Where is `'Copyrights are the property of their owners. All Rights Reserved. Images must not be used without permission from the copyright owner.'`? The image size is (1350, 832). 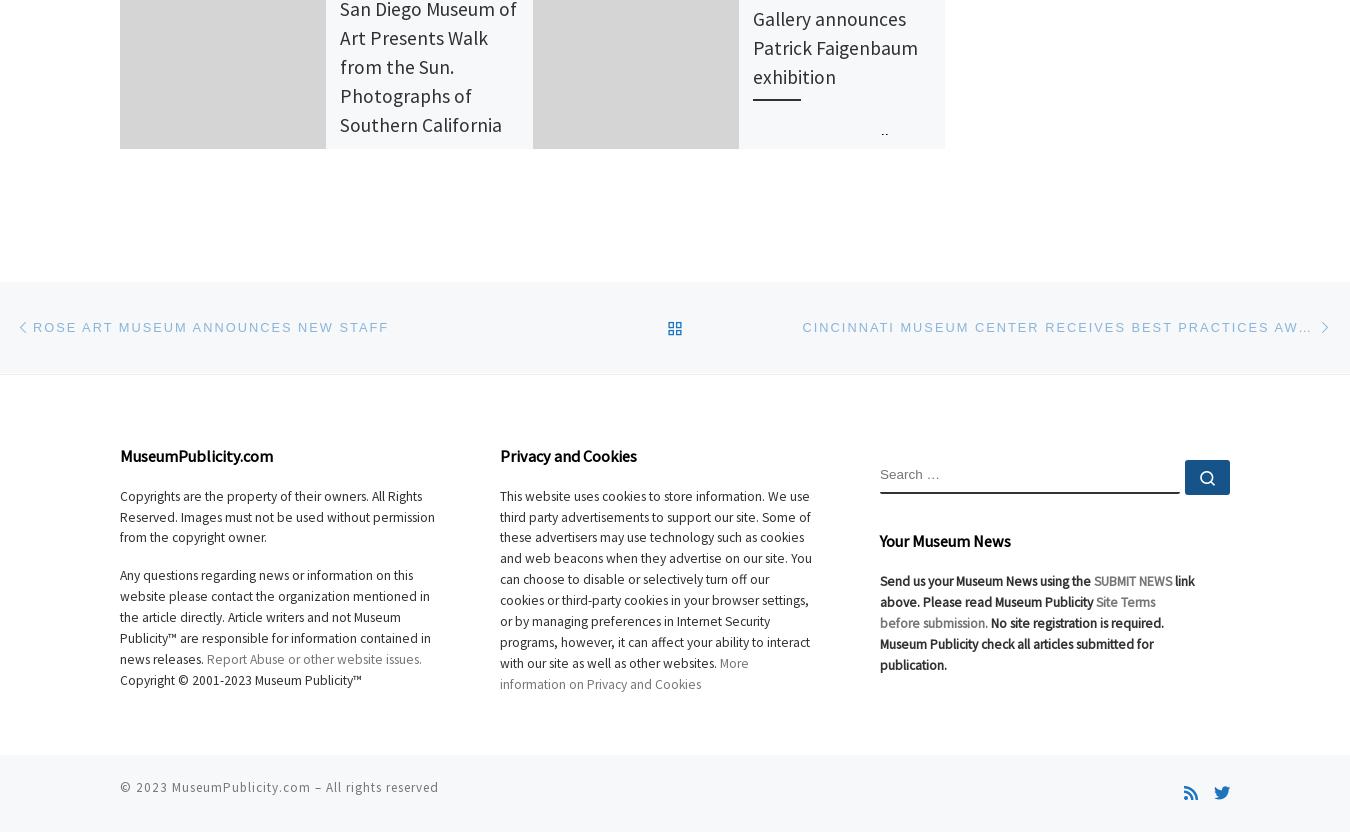 'Copyrights are the property of their owners. All Rights Reserved. Images must not be used without permission from the copyright owner.' is located at coordinates (120, 515).